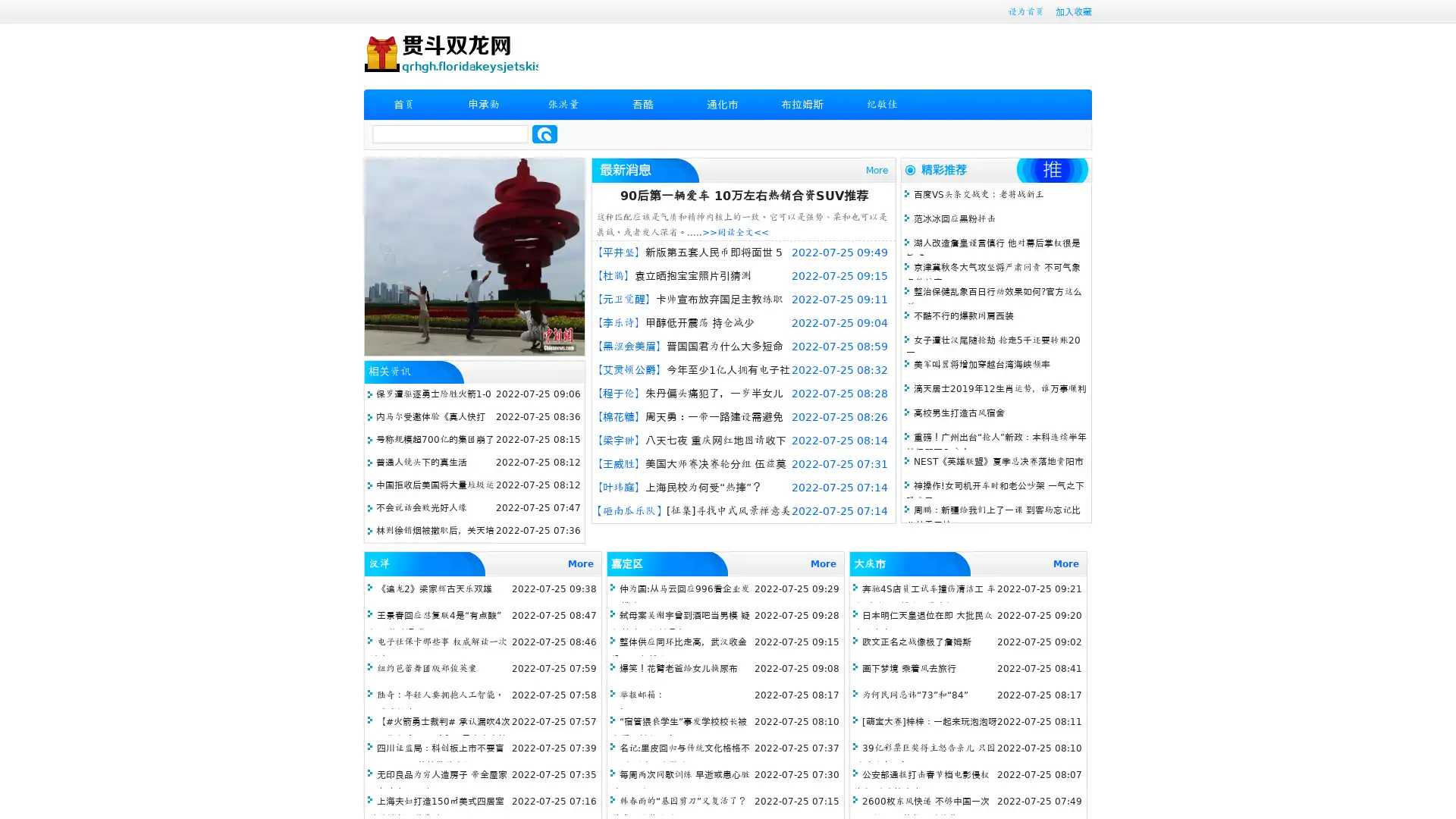 The width and height of the screenshot is (1456, 819). I want to click on Search, so click(544, 133).